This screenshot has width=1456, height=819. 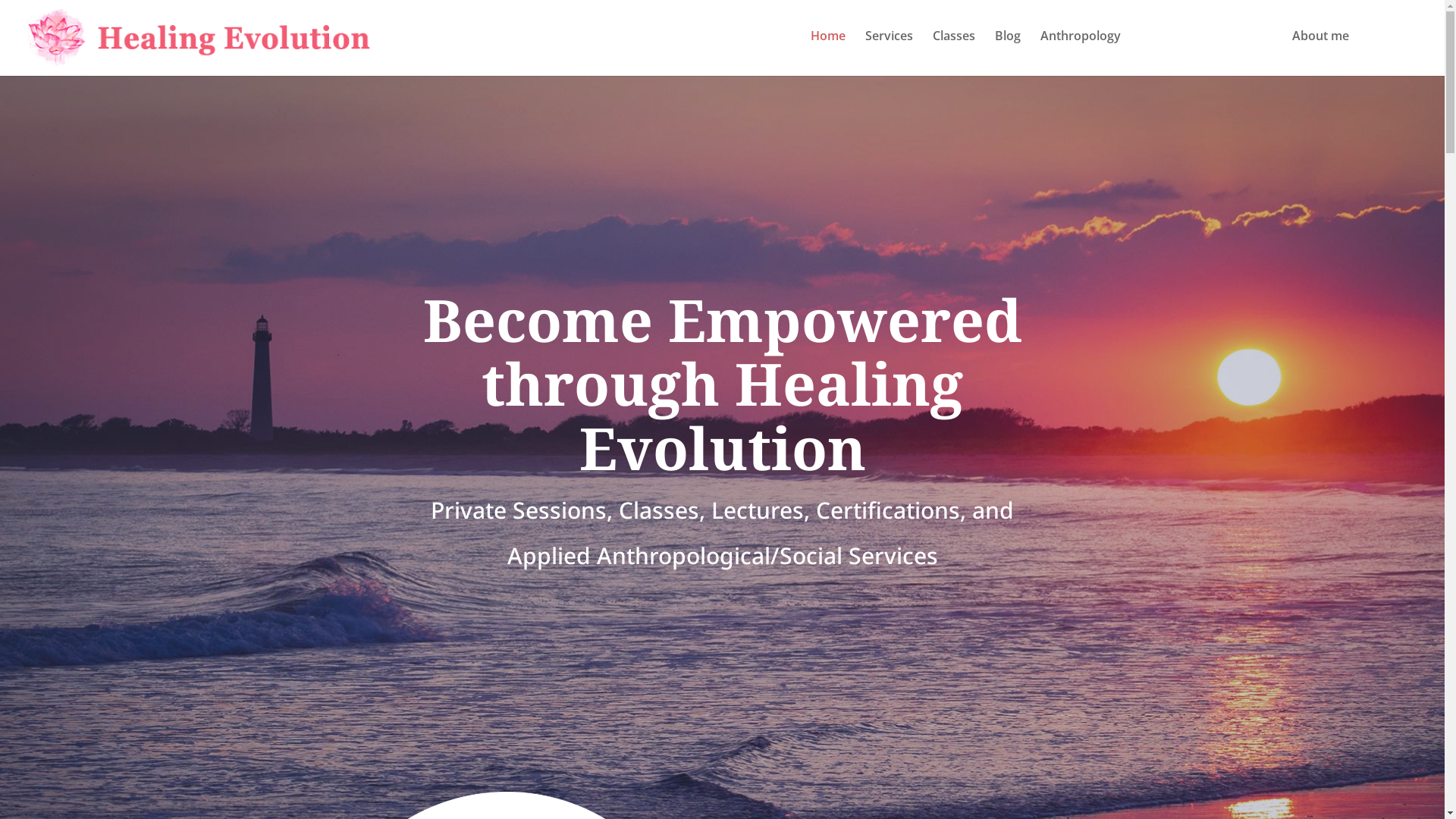 What do you see at coordinates (1080, 49) in the screenshot?
I see `'Anthropology'` at bounding box center [1080, 49].